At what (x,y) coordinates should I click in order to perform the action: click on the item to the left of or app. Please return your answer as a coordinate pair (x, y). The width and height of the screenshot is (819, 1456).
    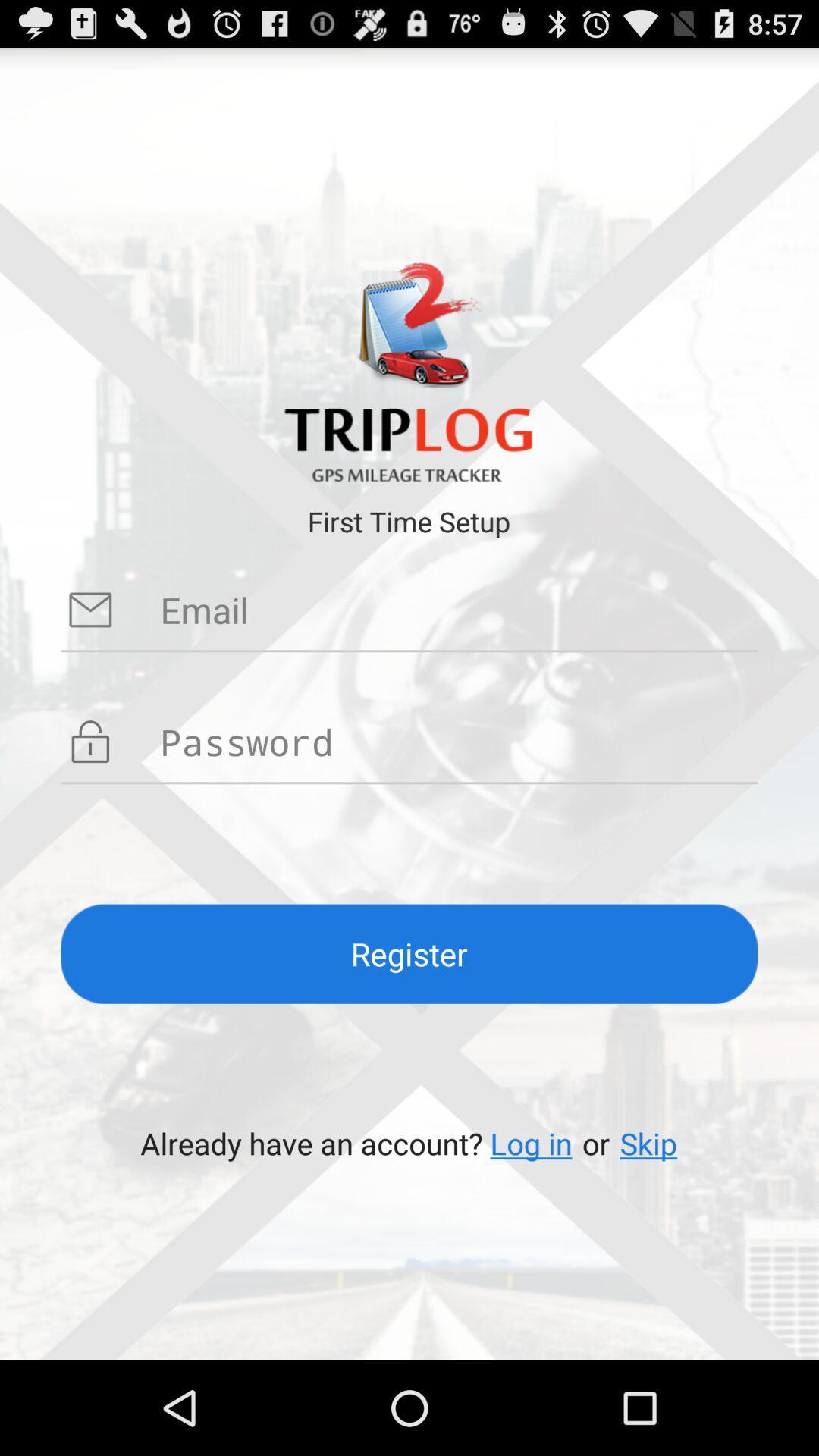
    Looking at the image, I should click on (530, 1143).